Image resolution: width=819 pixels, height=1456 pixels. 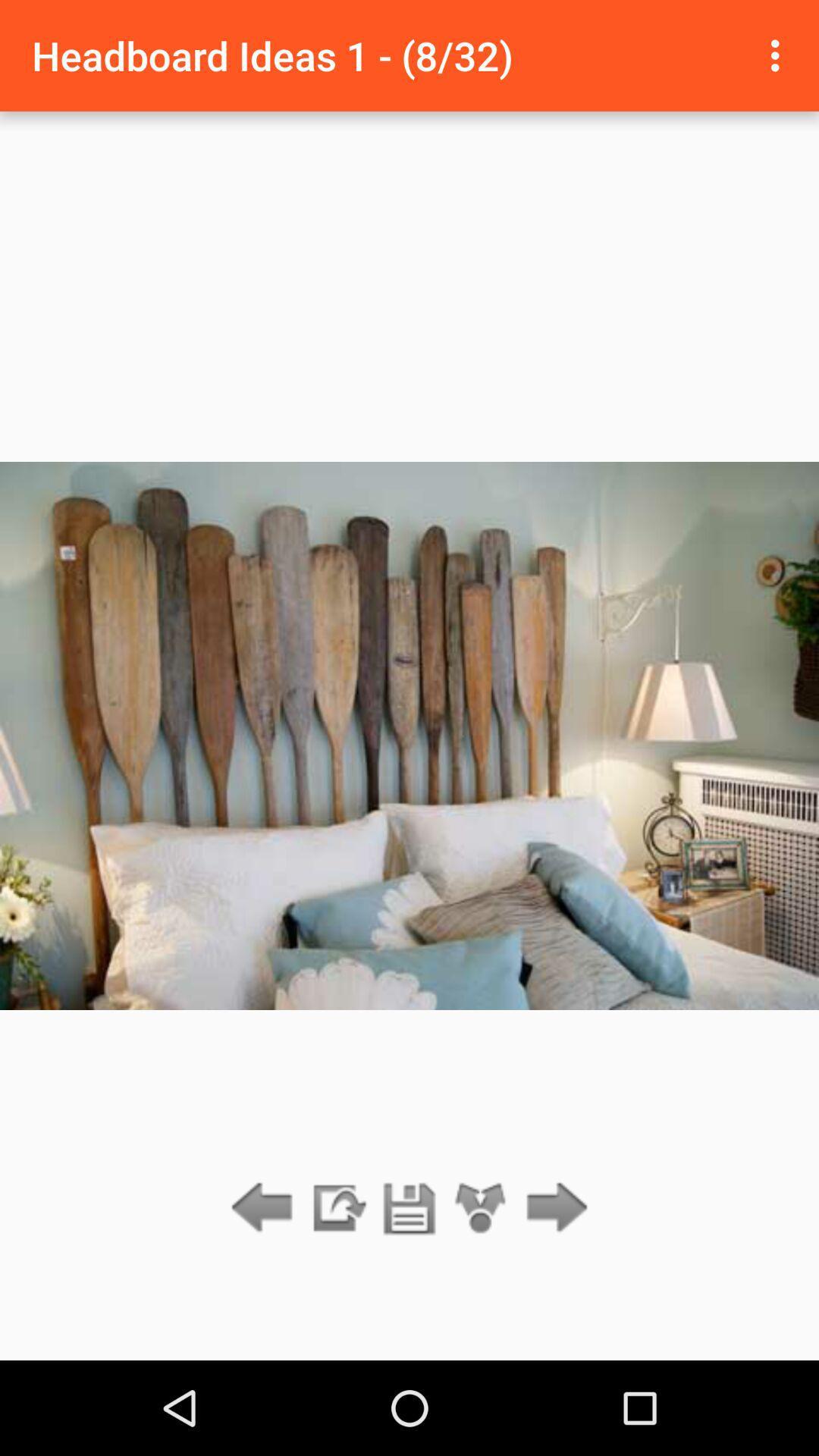 What do you see at coordinates (265, 1208) in the screenshot?
I see `previous` at bounding box center [265, 1208].